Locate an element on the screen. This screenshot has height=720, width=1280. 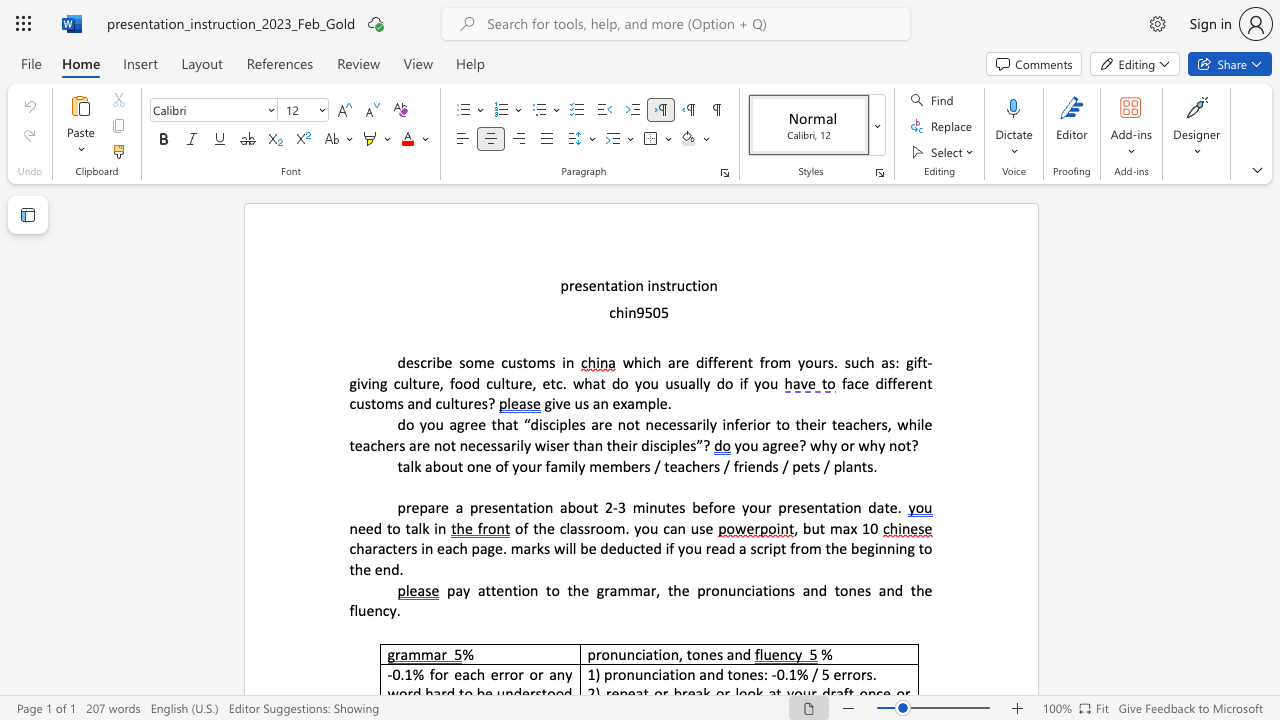
the subset text "talk i" within the text "need to talk in" is located at coordinates (404, 527).